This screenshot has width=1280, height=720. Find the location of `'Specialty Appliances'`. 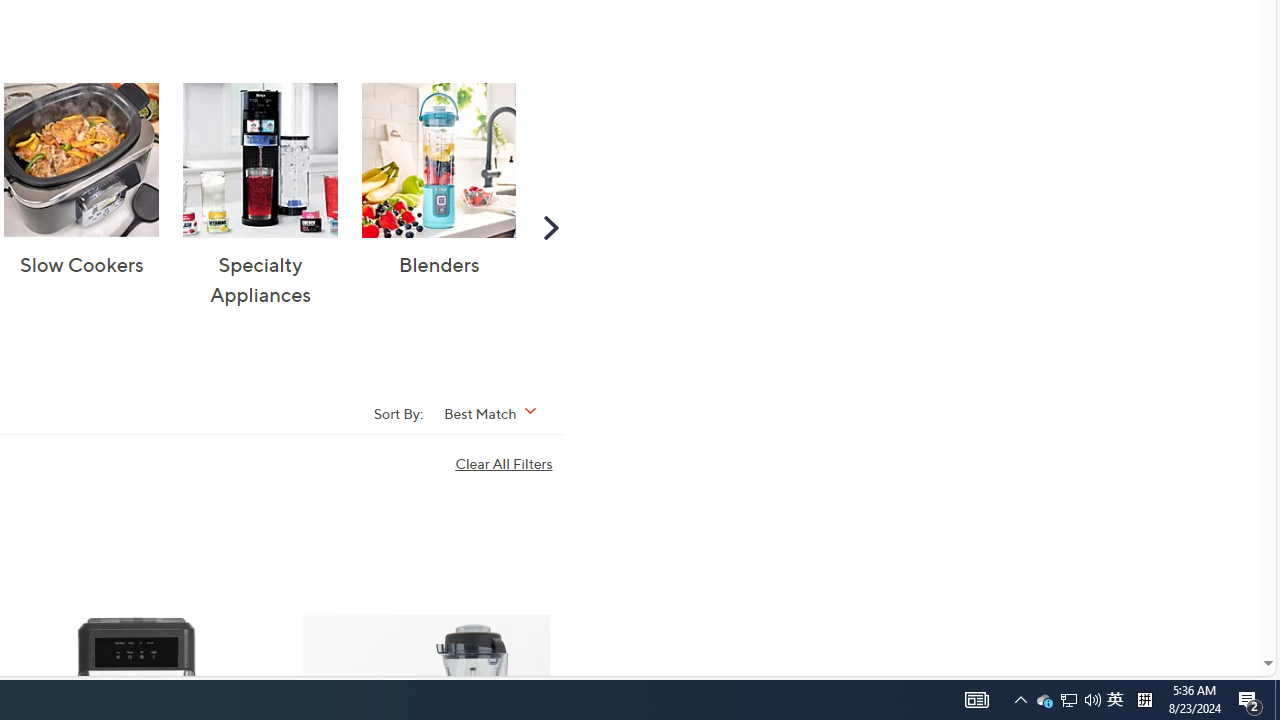

'Specialty Appliances' is located at coordinates (259, 159).